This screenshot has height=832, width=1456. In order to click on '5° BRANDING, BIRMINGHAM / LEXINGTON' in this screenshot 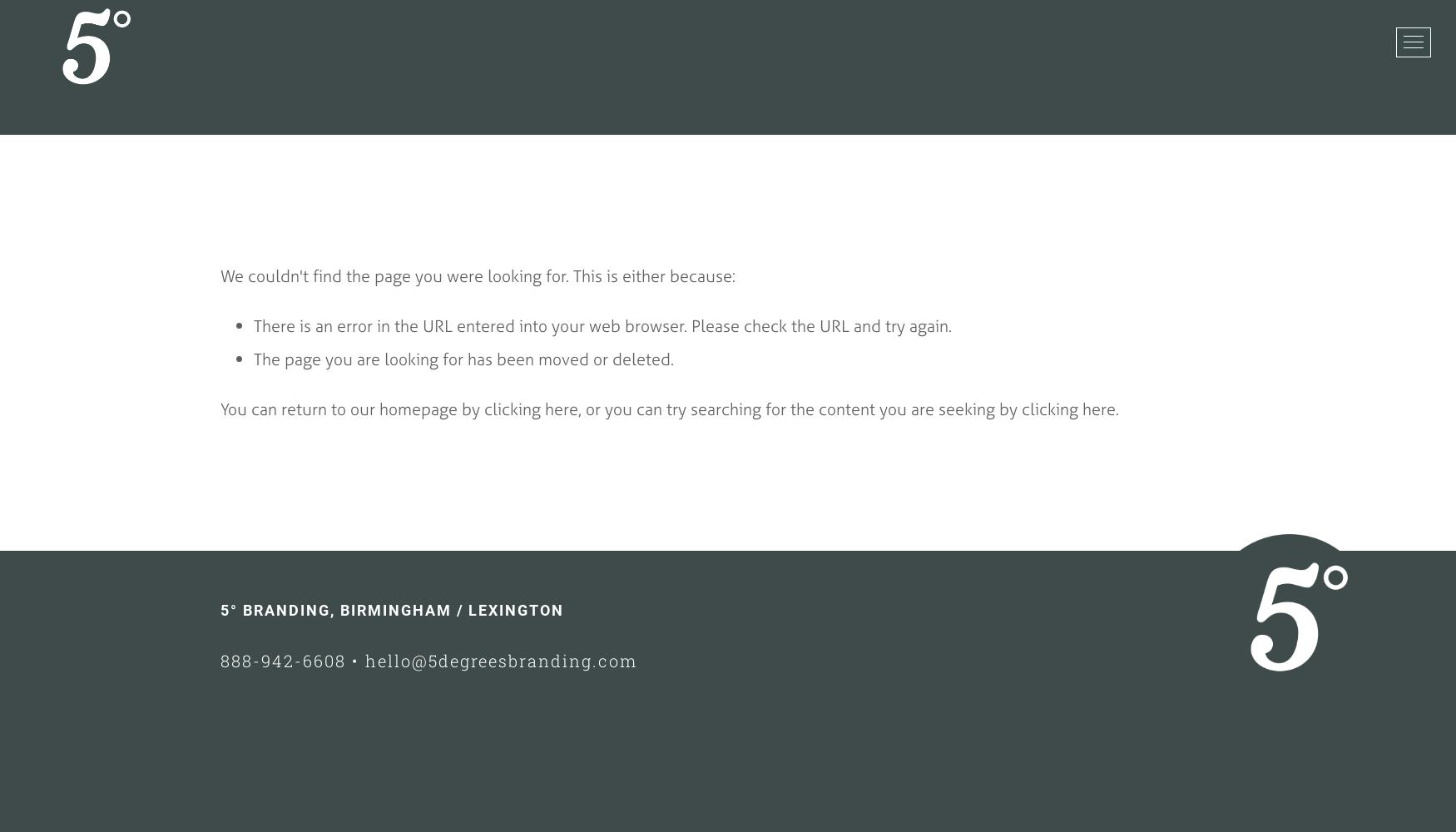, I will do `click(219, 609)`.